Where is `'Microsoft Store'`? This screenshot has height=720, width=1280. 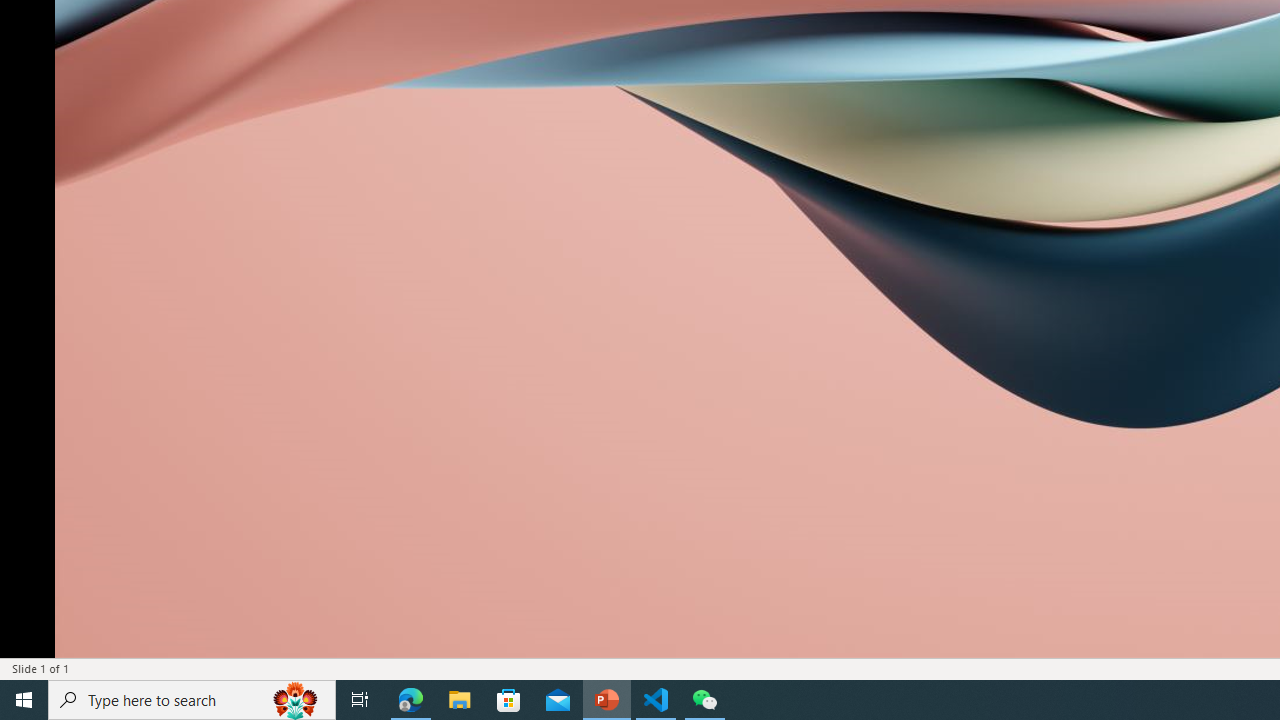 'Microsoft Store' is located at coordinates (509, 698).